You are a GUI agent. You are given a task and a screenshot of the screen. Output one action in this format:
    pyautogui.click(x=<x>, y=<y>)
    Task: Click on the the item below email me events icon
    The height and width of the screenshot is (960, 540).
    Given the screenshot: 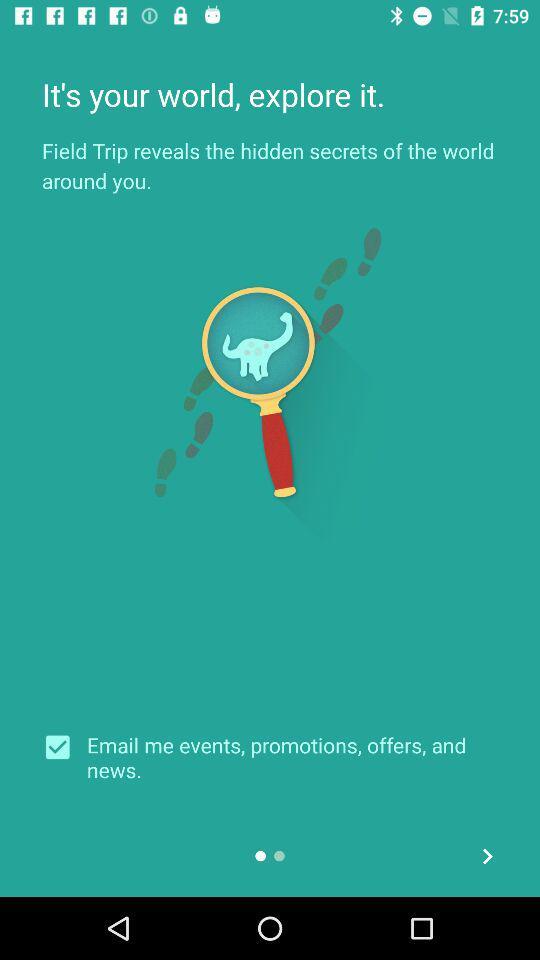 What is the action you would take?
    pyautogui.click(x=486, y=855)
    